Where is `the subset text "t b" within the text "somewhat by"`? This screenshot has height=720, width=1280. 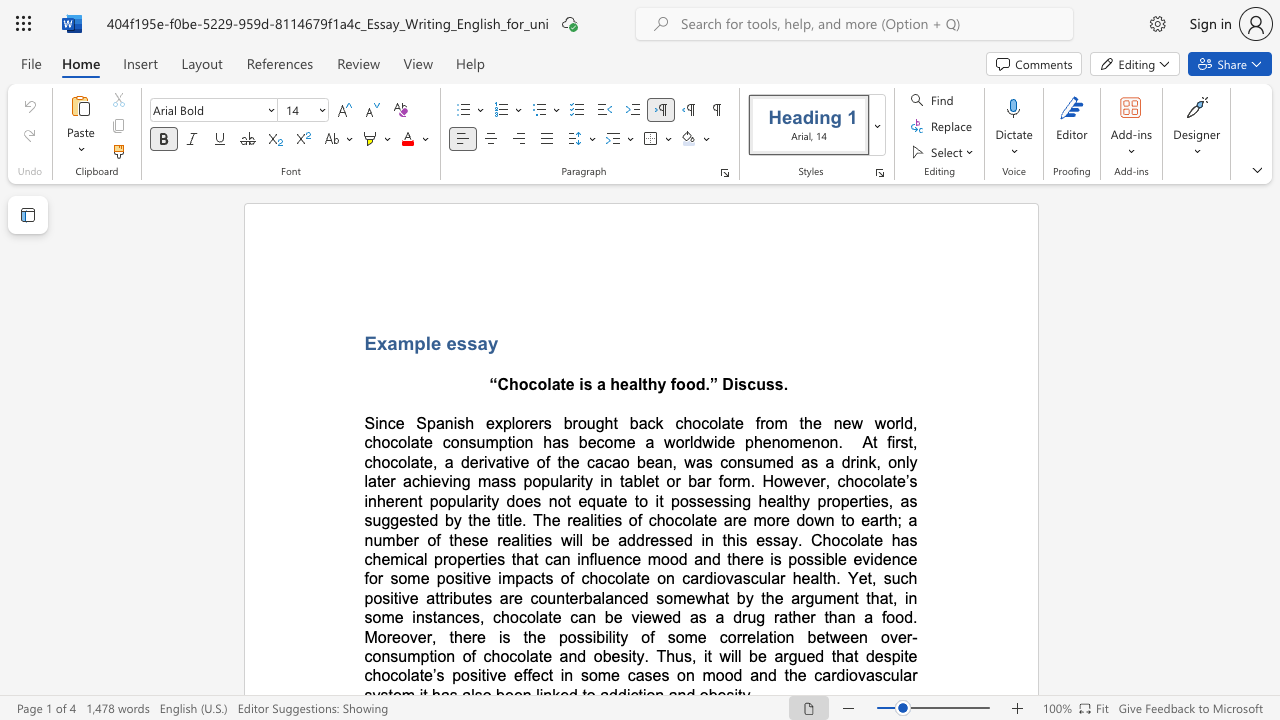
the subset text "t b" within the text "somewhat by" is located at coordinates (723, 597).